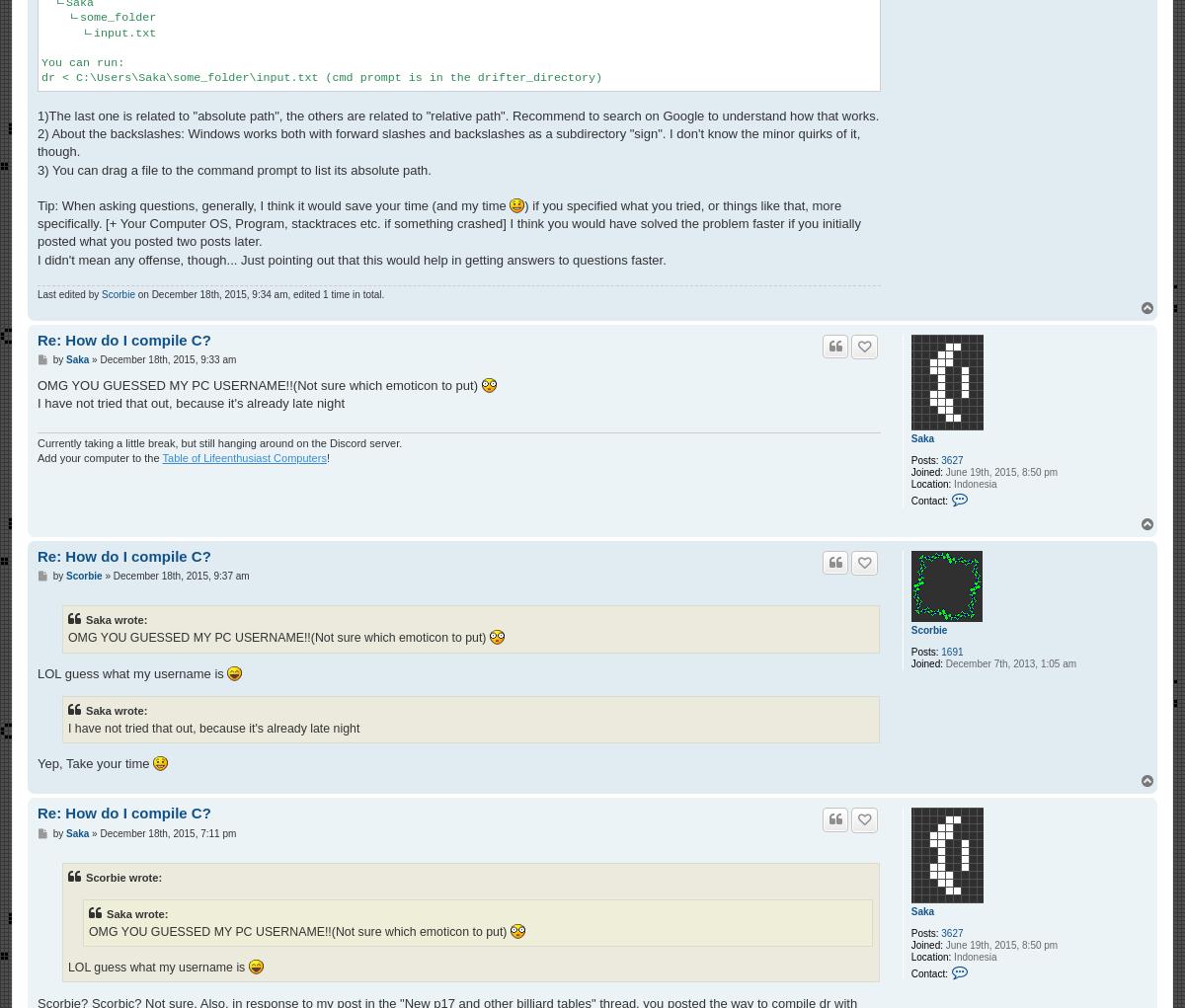  I want to click on 'December 7th, 2013, 1:05 am', so click(1009, 662).